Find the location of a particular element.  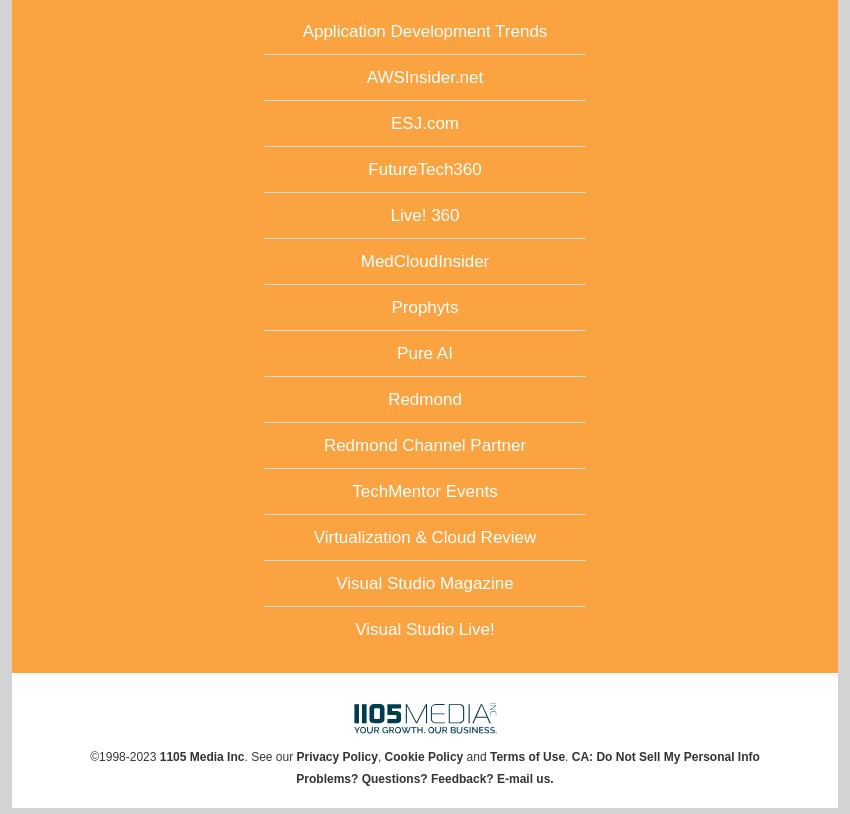

'Cookie Policy' is located at coordinates (423, 755).